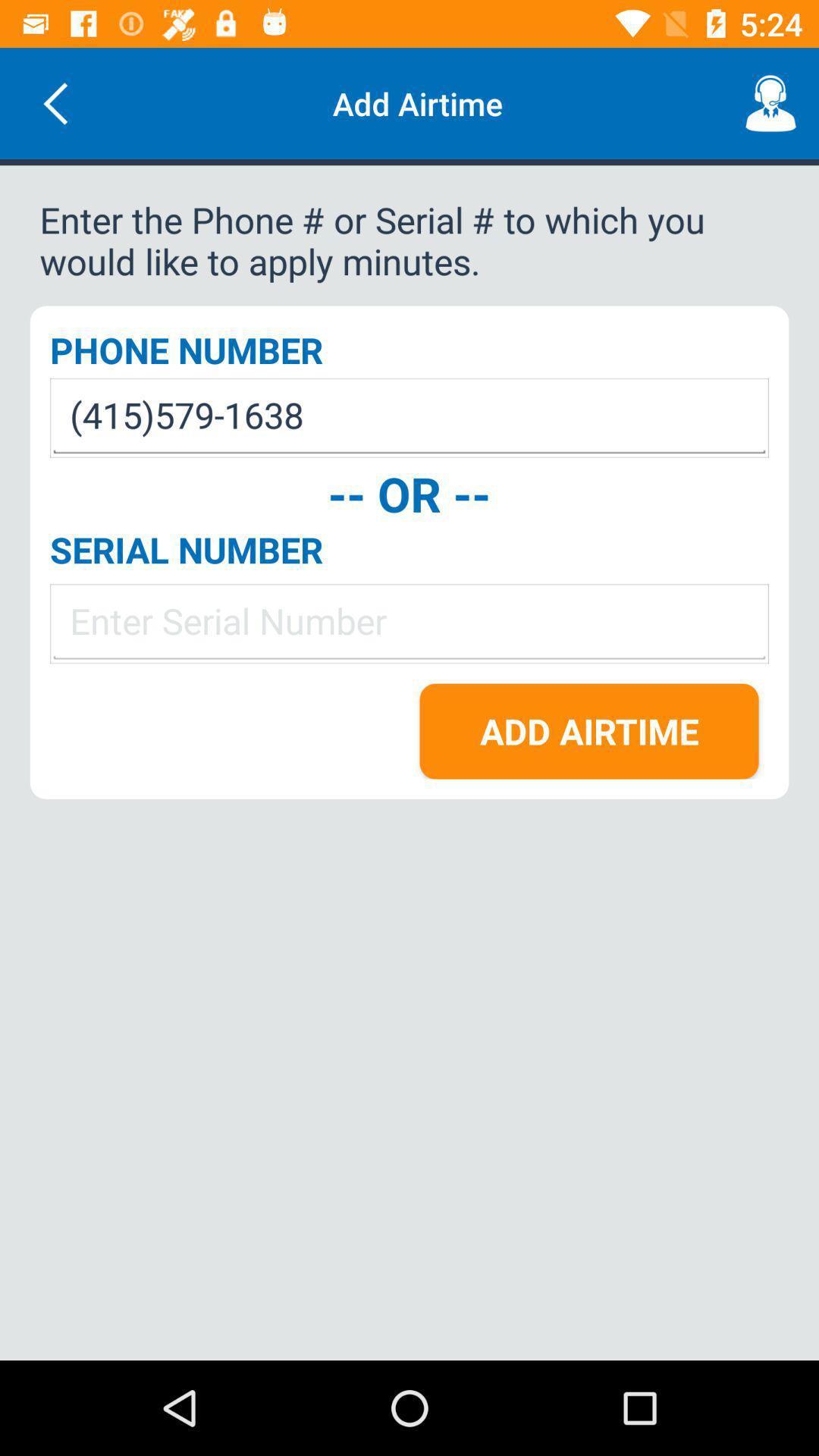 This screenshot has height=1456, width=819. Describe the element at coordinates (771, 102) in the screenshot. I see `item at the top right corner` at that location.